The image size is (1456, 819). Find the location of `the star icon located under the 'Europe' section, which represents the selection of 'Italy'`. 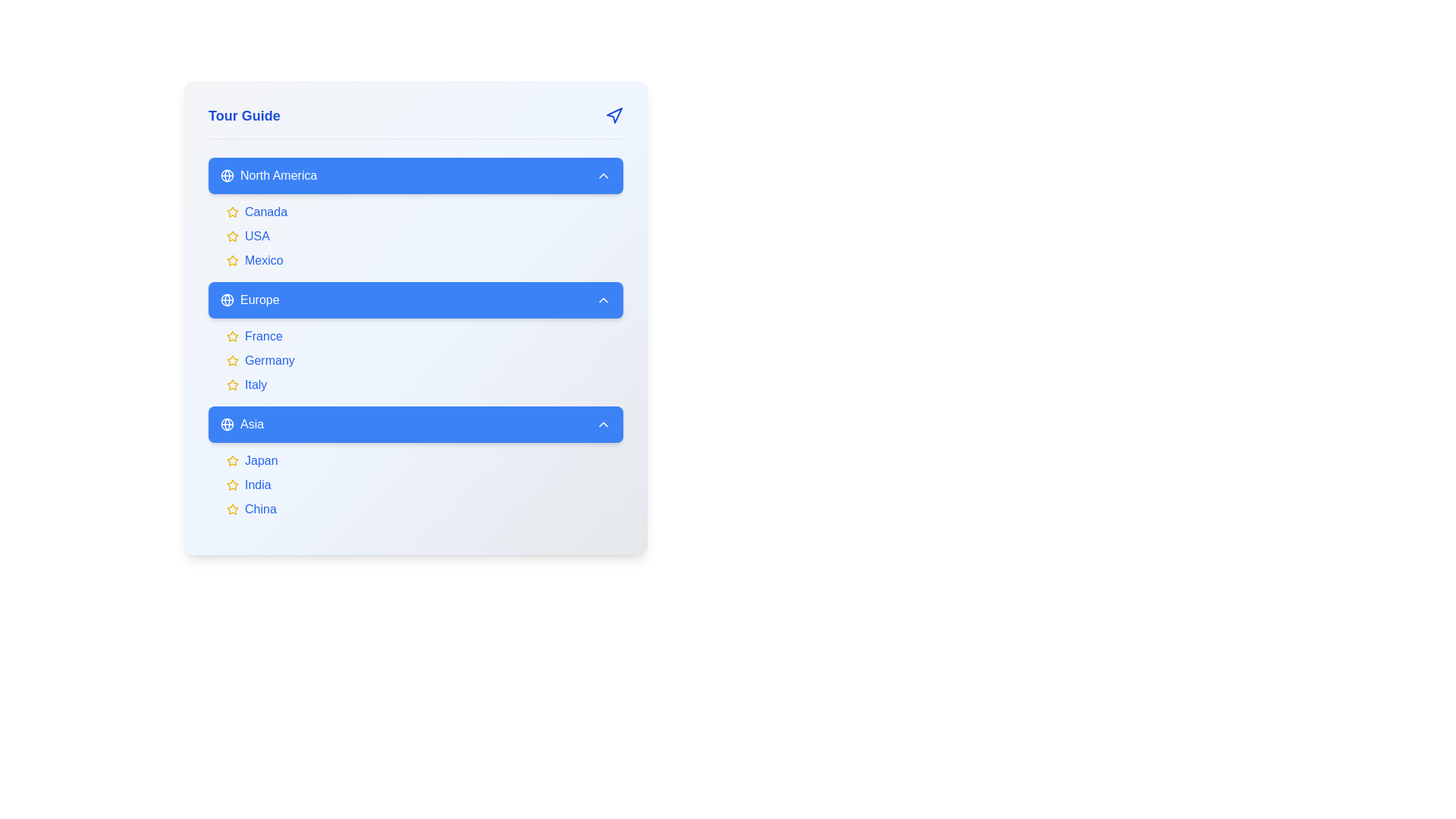

the star icon located under the 'Europe' section, which represents the selection of 'Italy' is located at coordinates (232, 384).